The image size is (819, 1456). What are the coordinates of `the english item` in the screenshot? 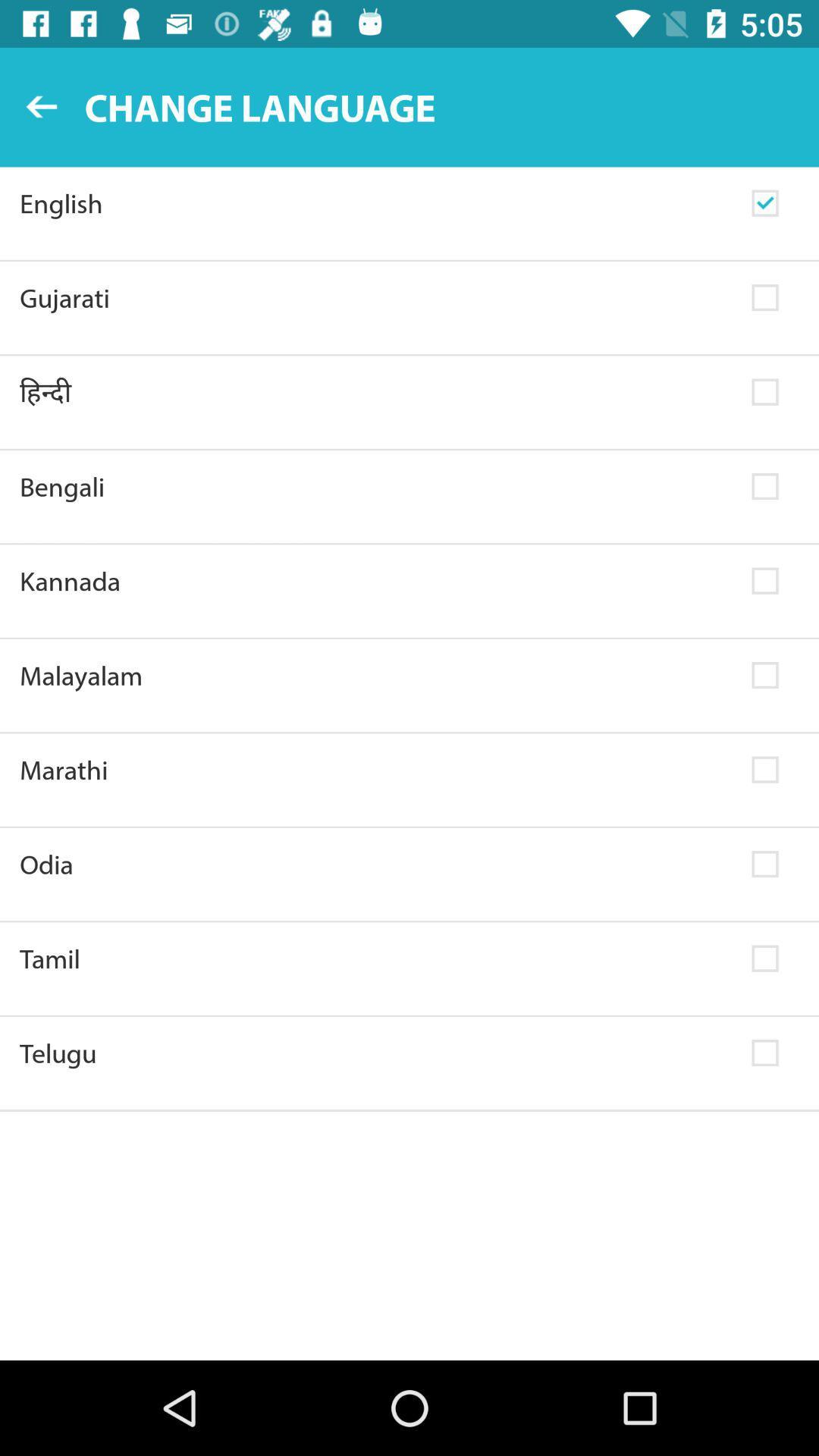 It's located at (375, 202).